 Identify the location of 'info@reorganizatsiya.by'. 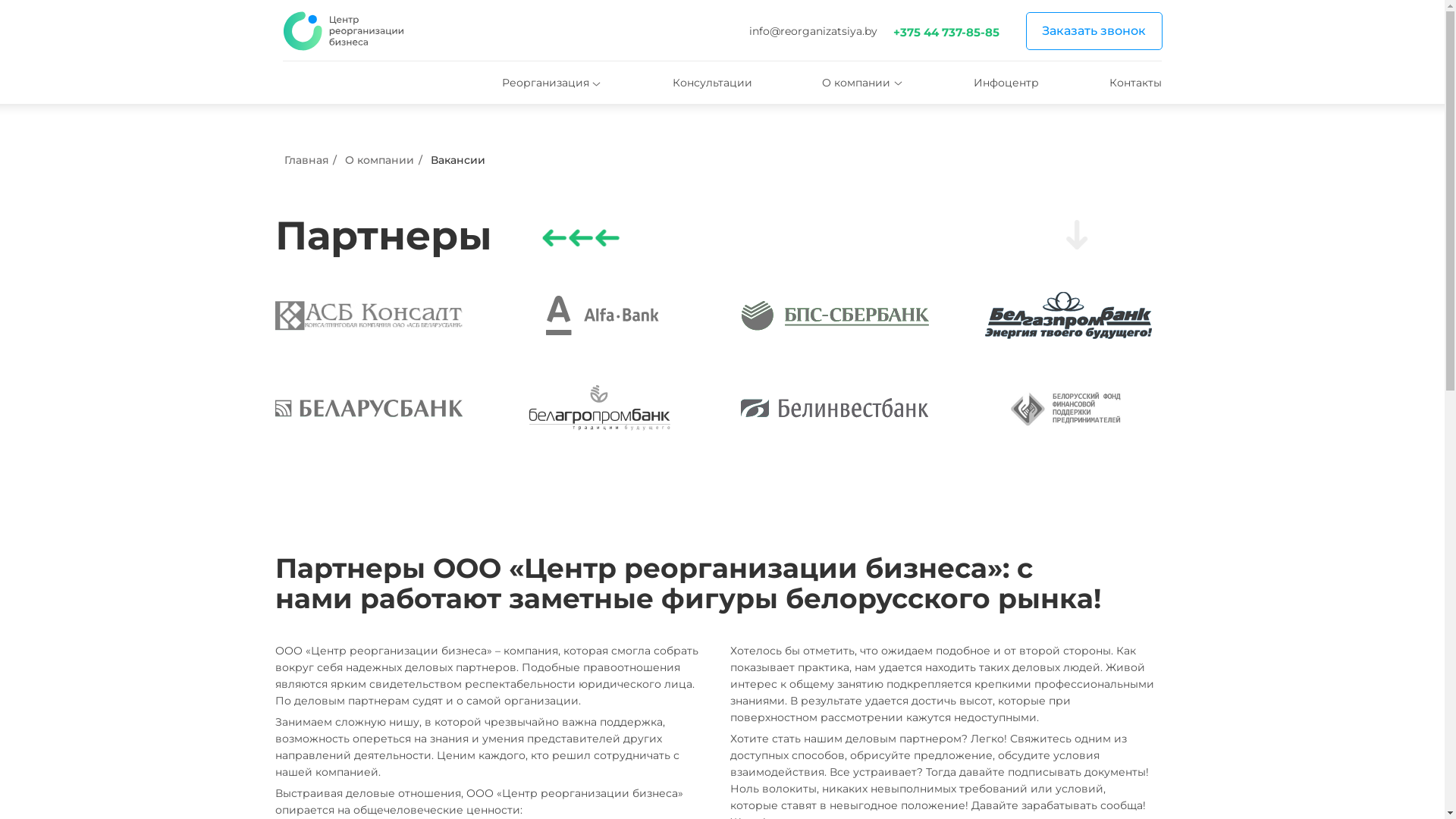
(812, 31).